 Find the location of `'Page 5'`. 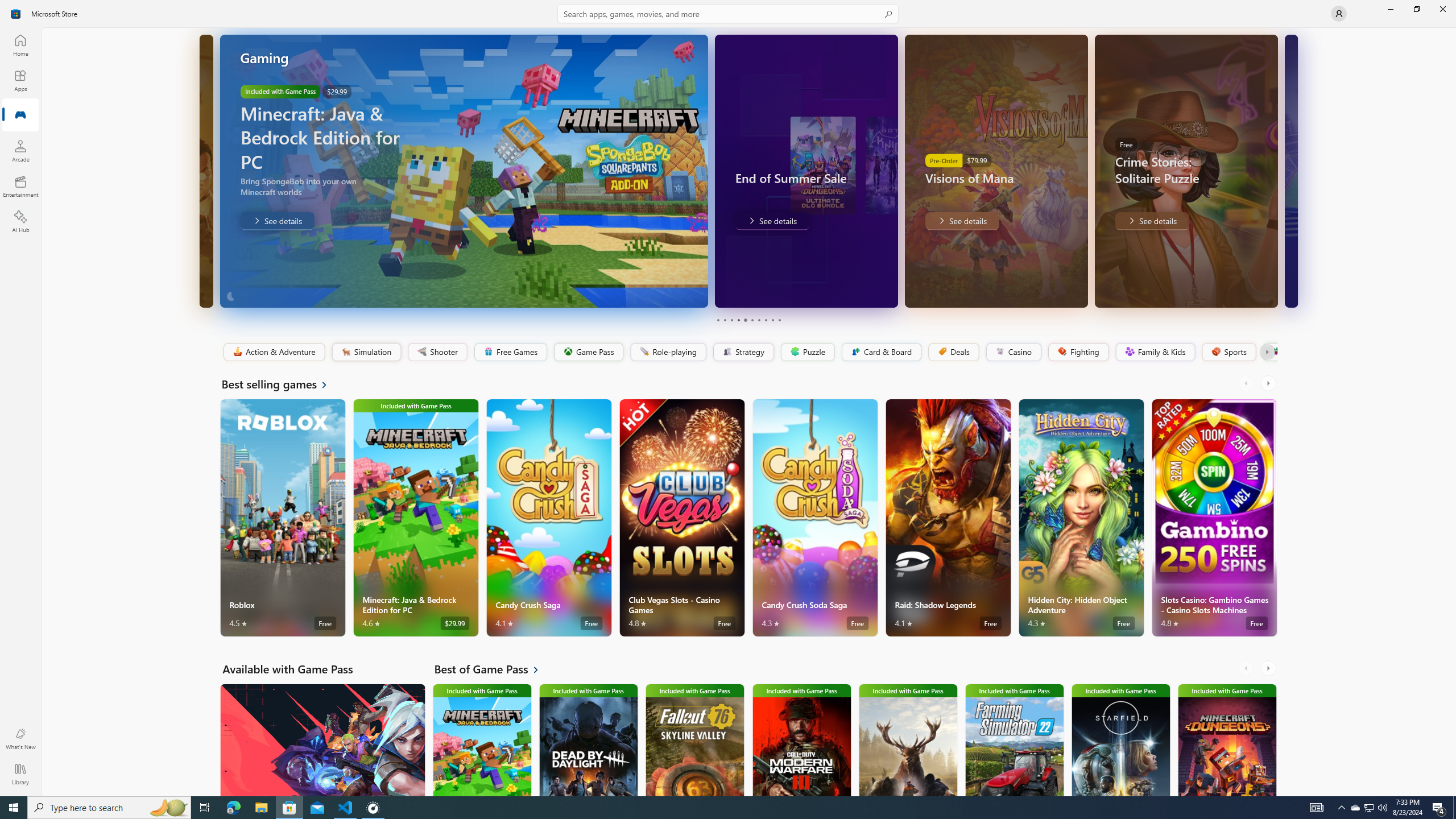

'Page 5' is located at coordinates (744, 320).